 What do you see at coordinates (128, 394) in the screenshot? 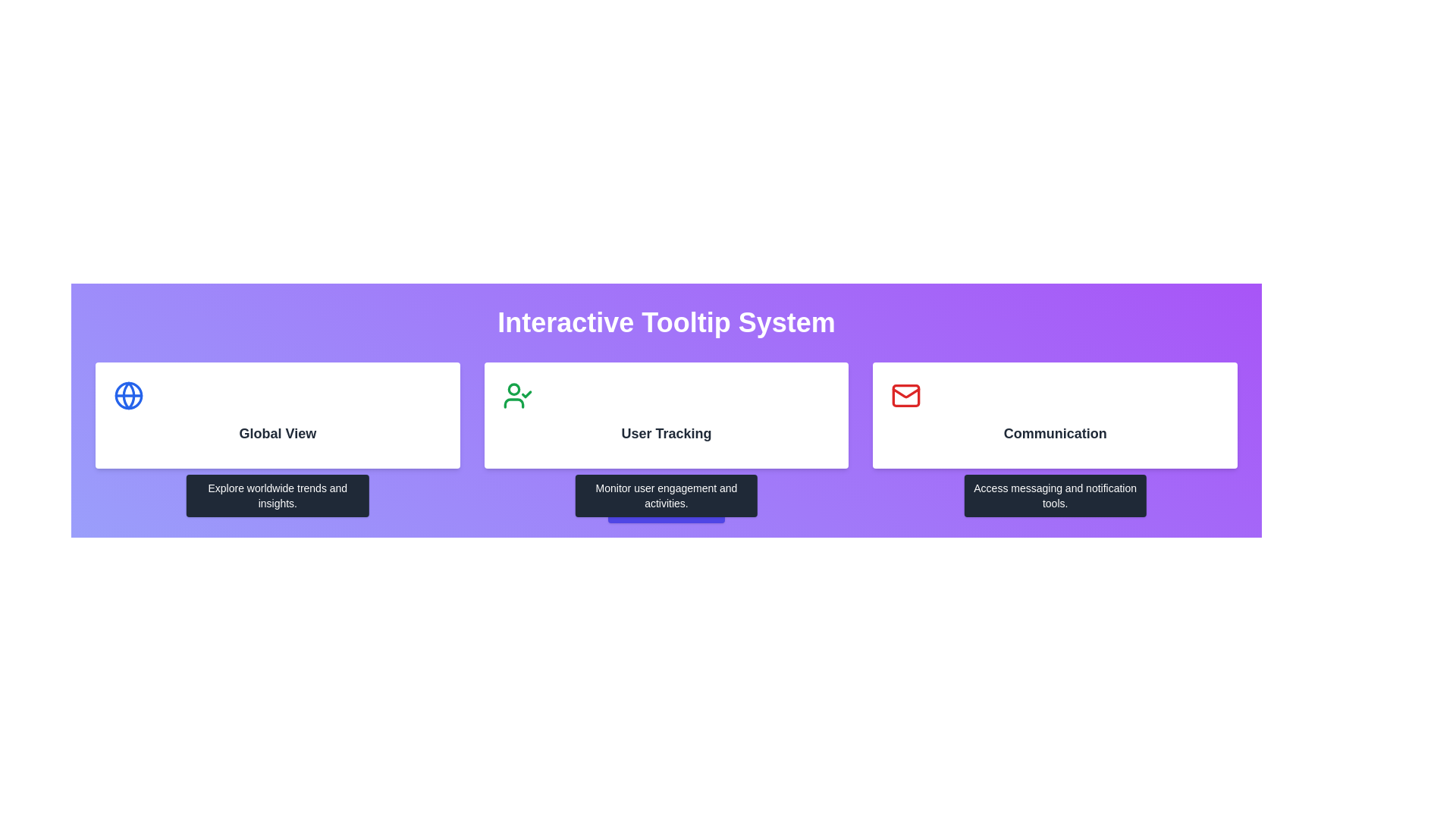
I see `the 'Global View' icon located at the top-left corner of the white card titled 'Global View'` at bounding box center [128, 394].